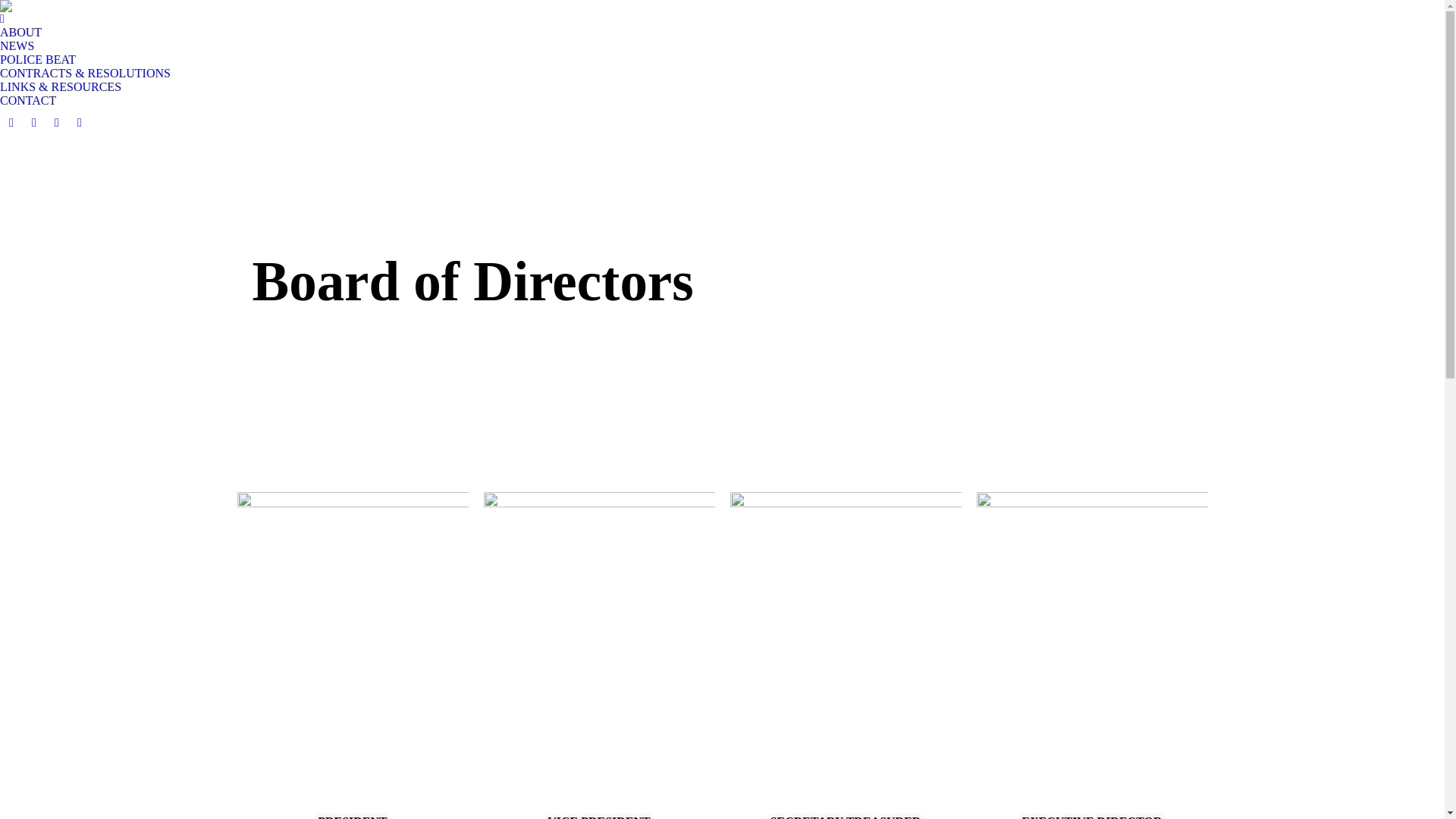 This screenshot has width=1456, height=819. I want to click on 'Twitter page opens in new window', so click(33, 122).